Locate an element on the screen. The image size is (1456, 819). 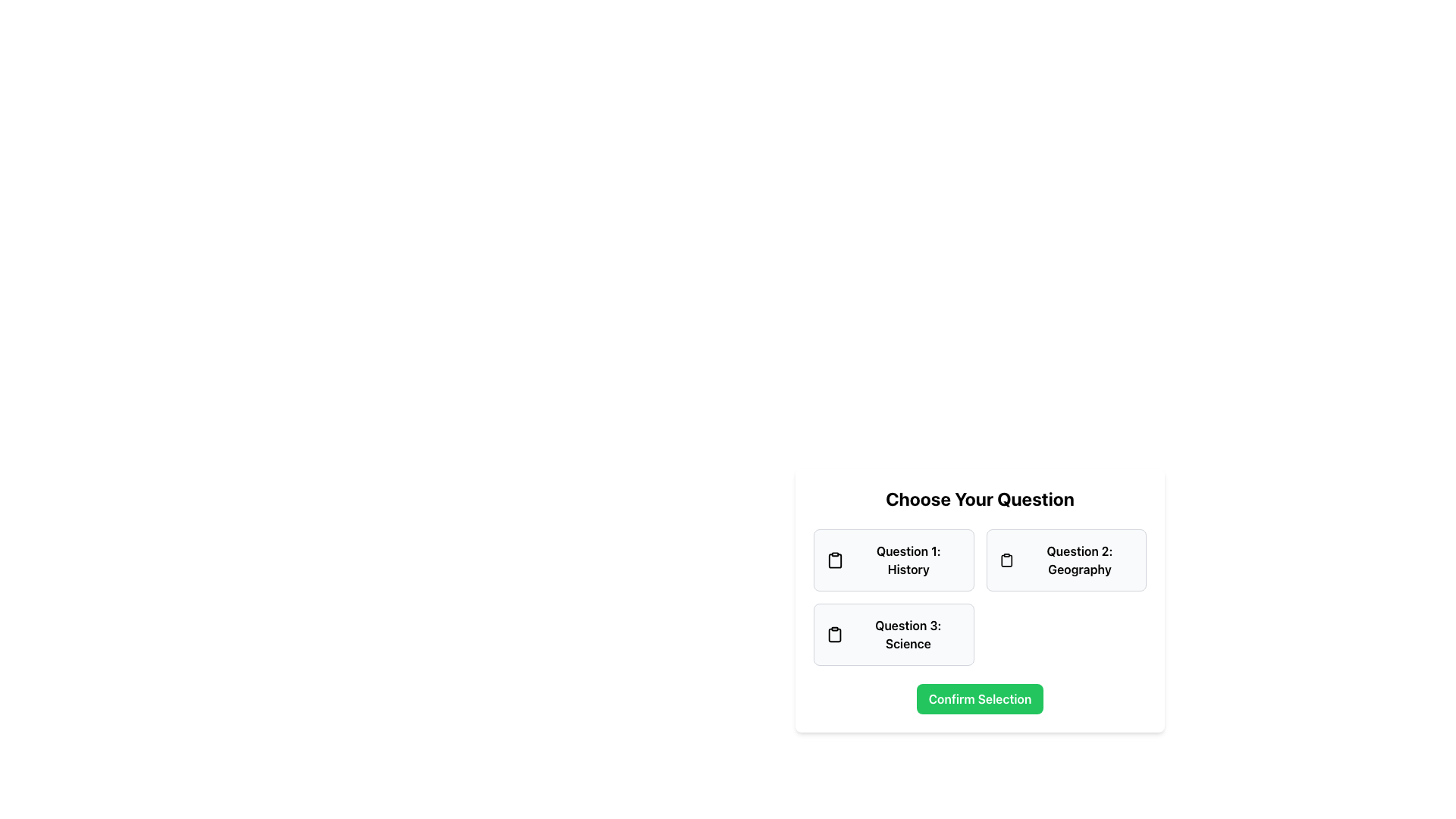
the 'Question 3: Science' button in the selector dialog with a white background and rounded corners, located beneath the title 'Choose Your Question' is located at coordinates (980, 599).